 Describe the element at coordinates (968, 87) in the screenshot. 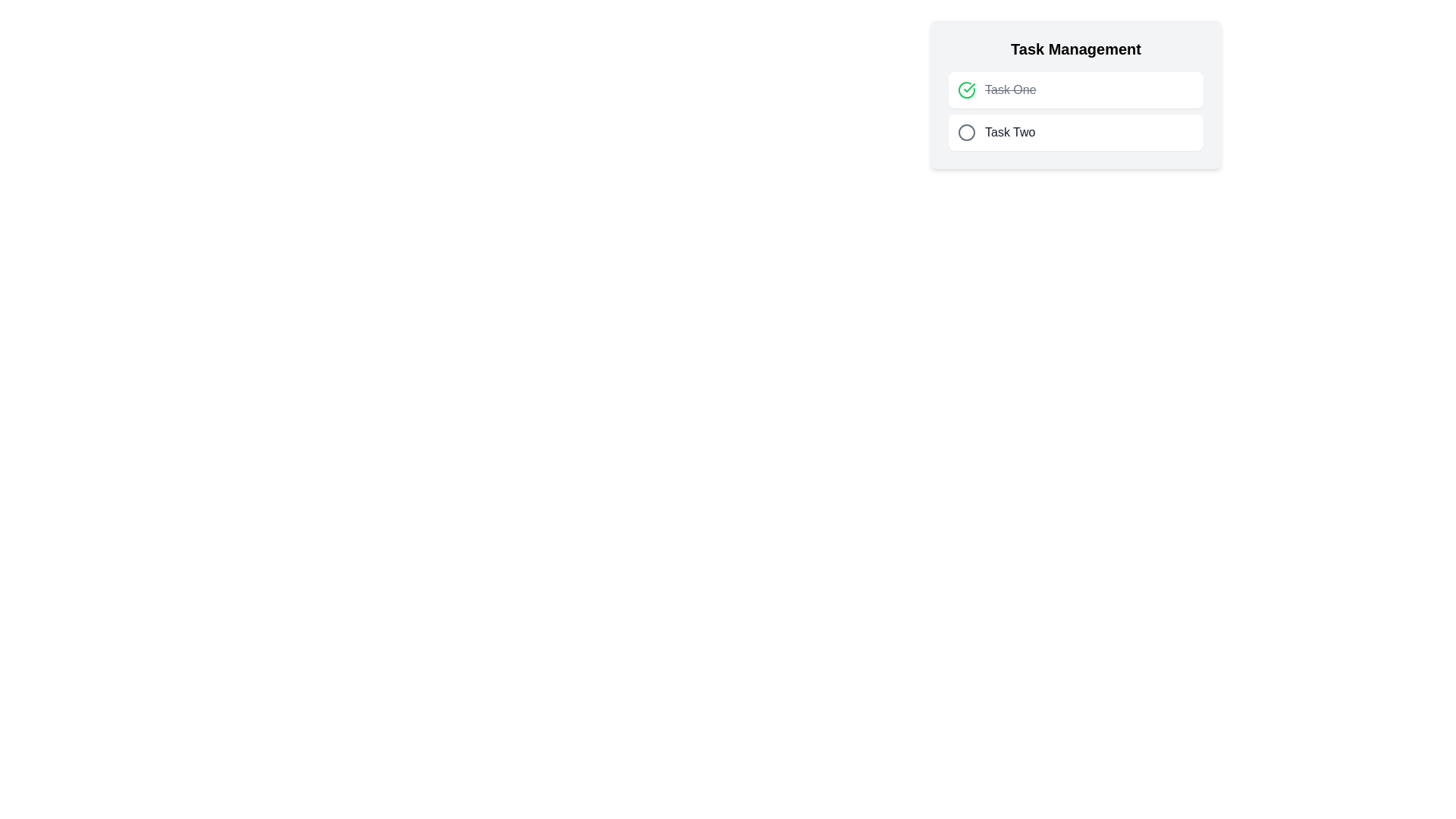

I see `green checkmark icon element within the 'Task Management' section, which represents the successful status of 'Task One'` at that location.